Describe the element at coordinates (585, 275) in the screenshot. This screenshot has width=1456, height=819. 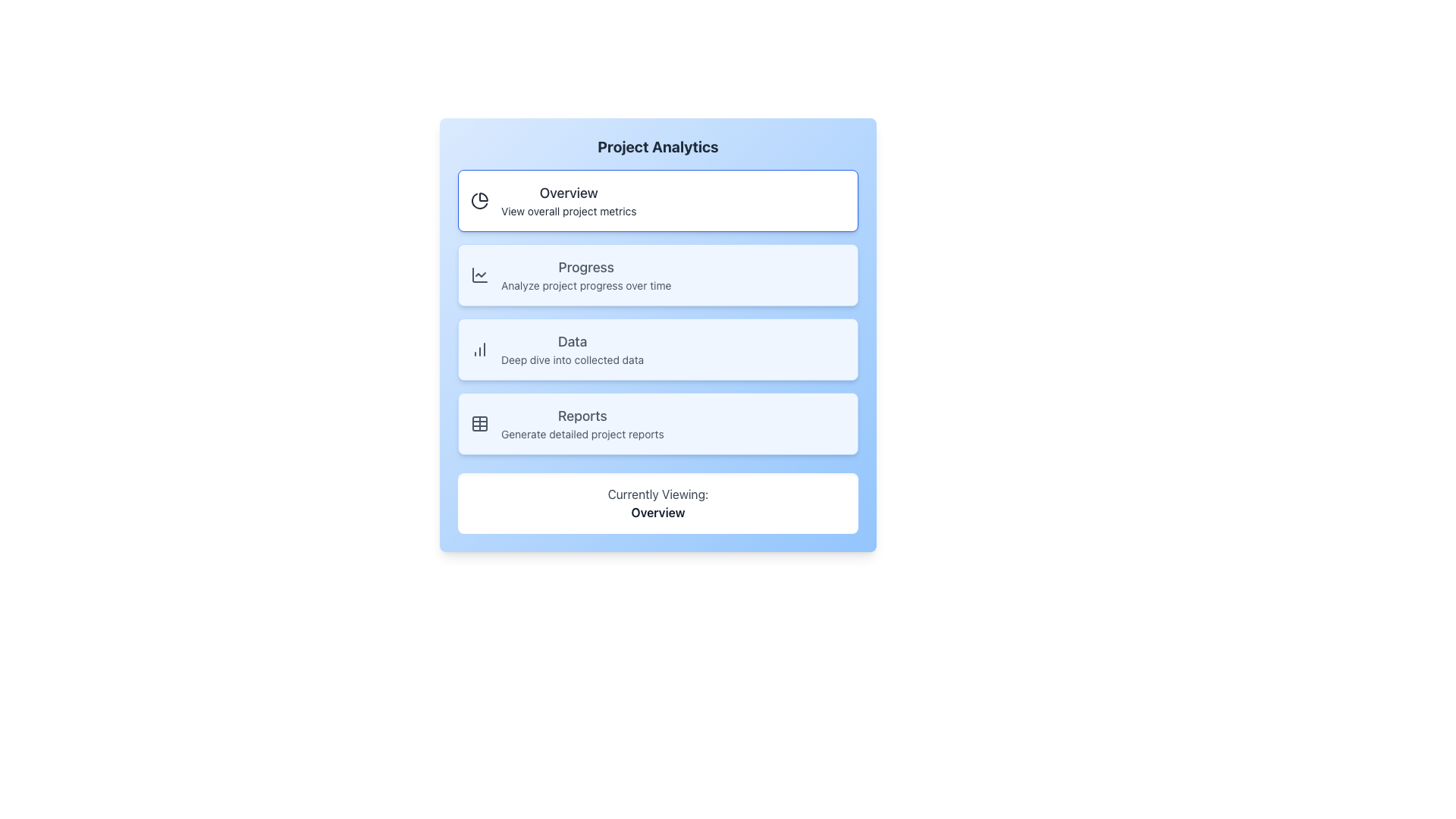
I see `the 'Progress' label located under 'Project Analytics'` at that location.